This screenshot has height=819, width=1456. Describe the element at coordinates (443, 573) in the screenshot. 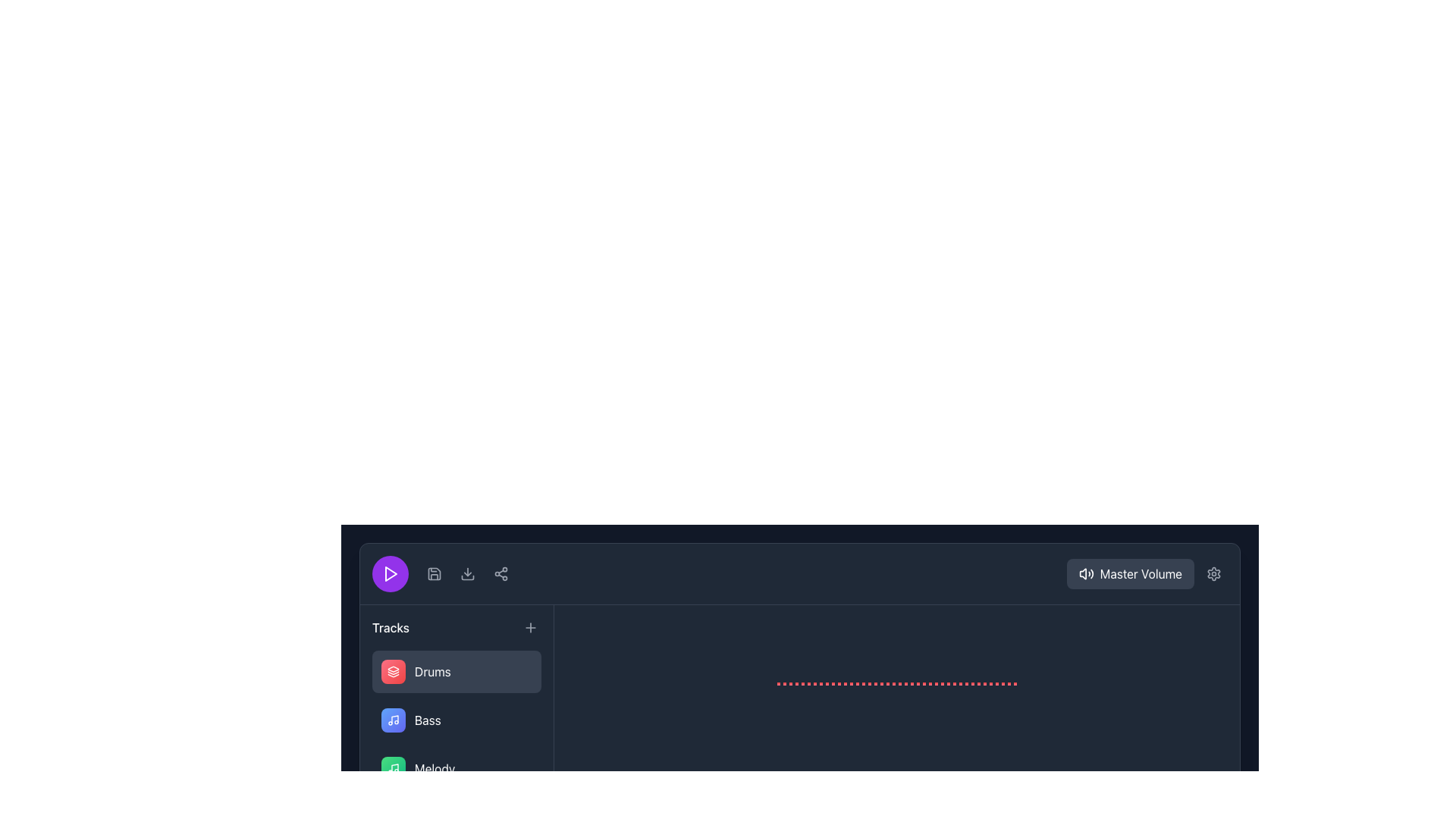

I see `the share button located in the button cluster for playback, saving, downloading, and sharing functionality, which is found in the upper left part of the horizontal bar labeled 'Master Volume'` at that location.